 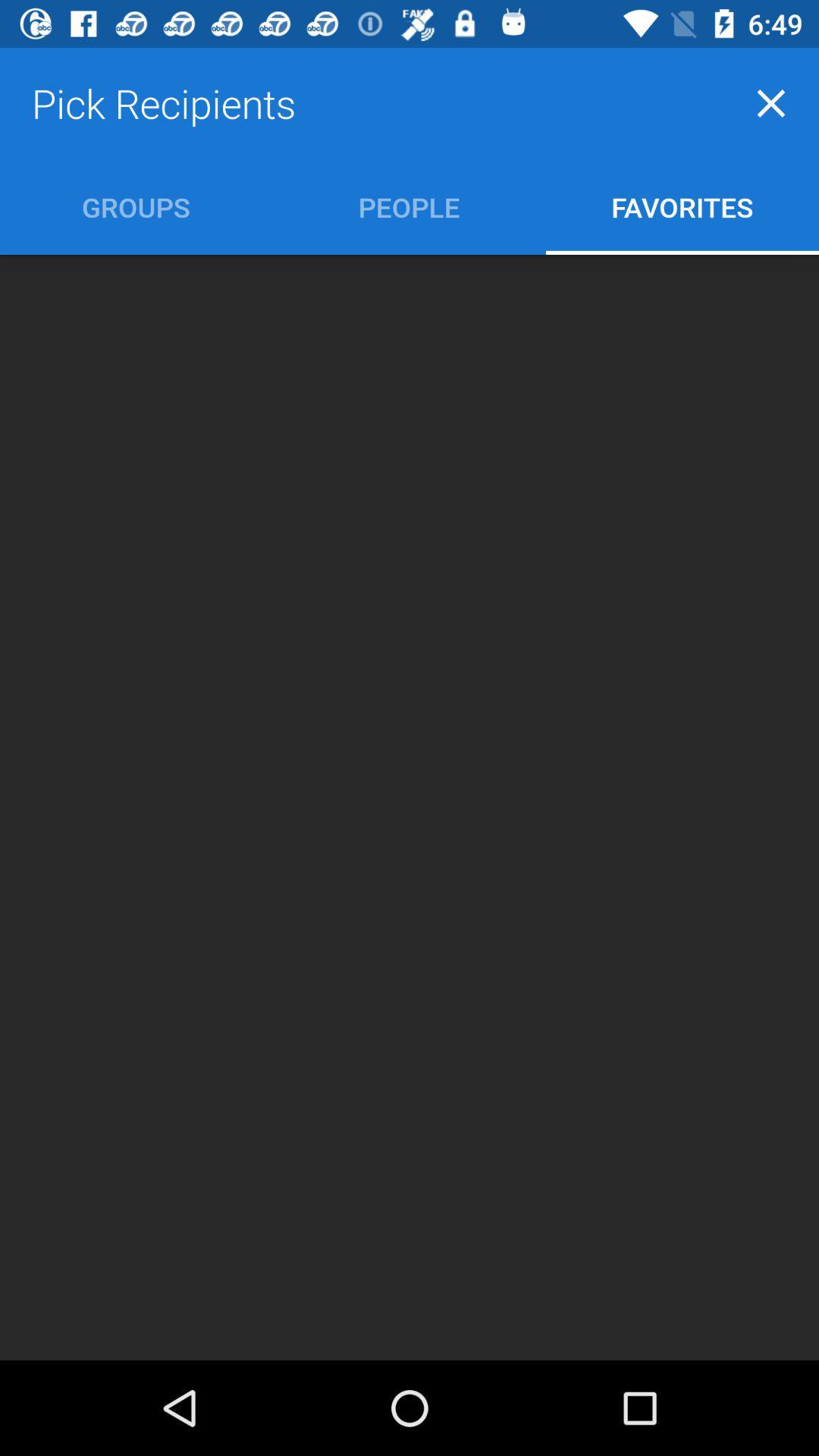 I want to click on icon next to the pick recipients icon, so click(x=771, y=102).